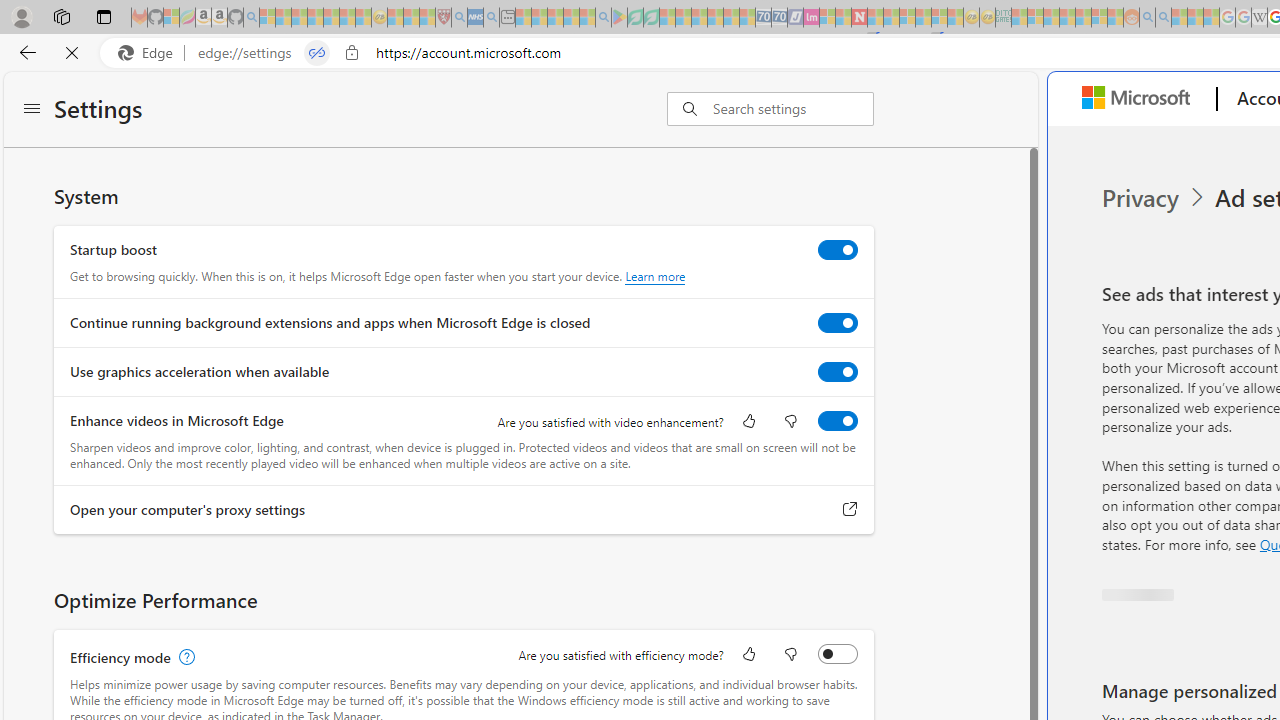  I want to click on 'Target page - Wikipedia - Sleeping', so click(1258, 17).